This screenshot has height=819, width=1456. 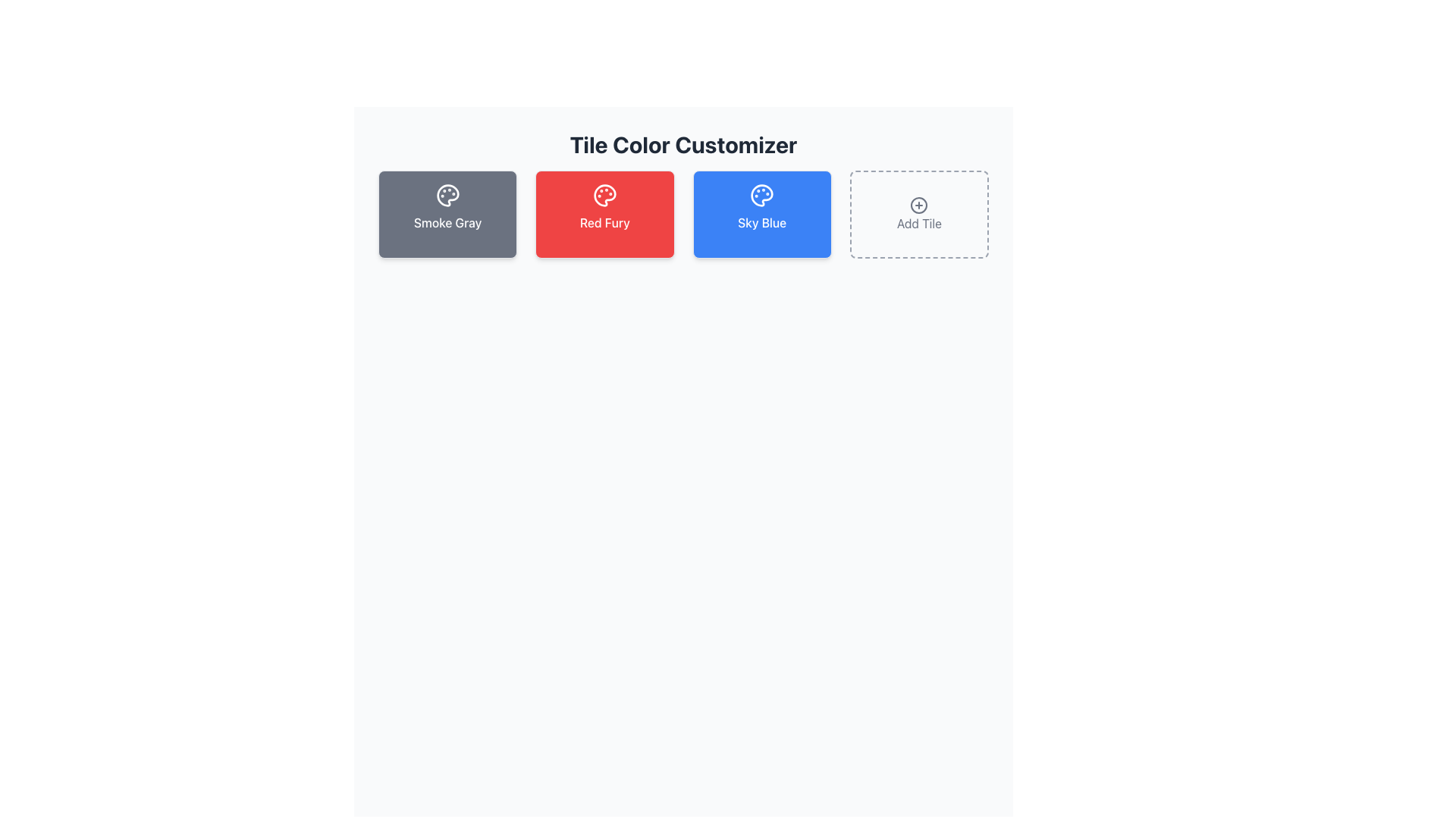 I want to click on the 'Sky Blue' button, which is a rectangular button with rounded corners, light blue background, and a white painter palette icon above the text 'Sky Blue', so click(x=762, y=214).